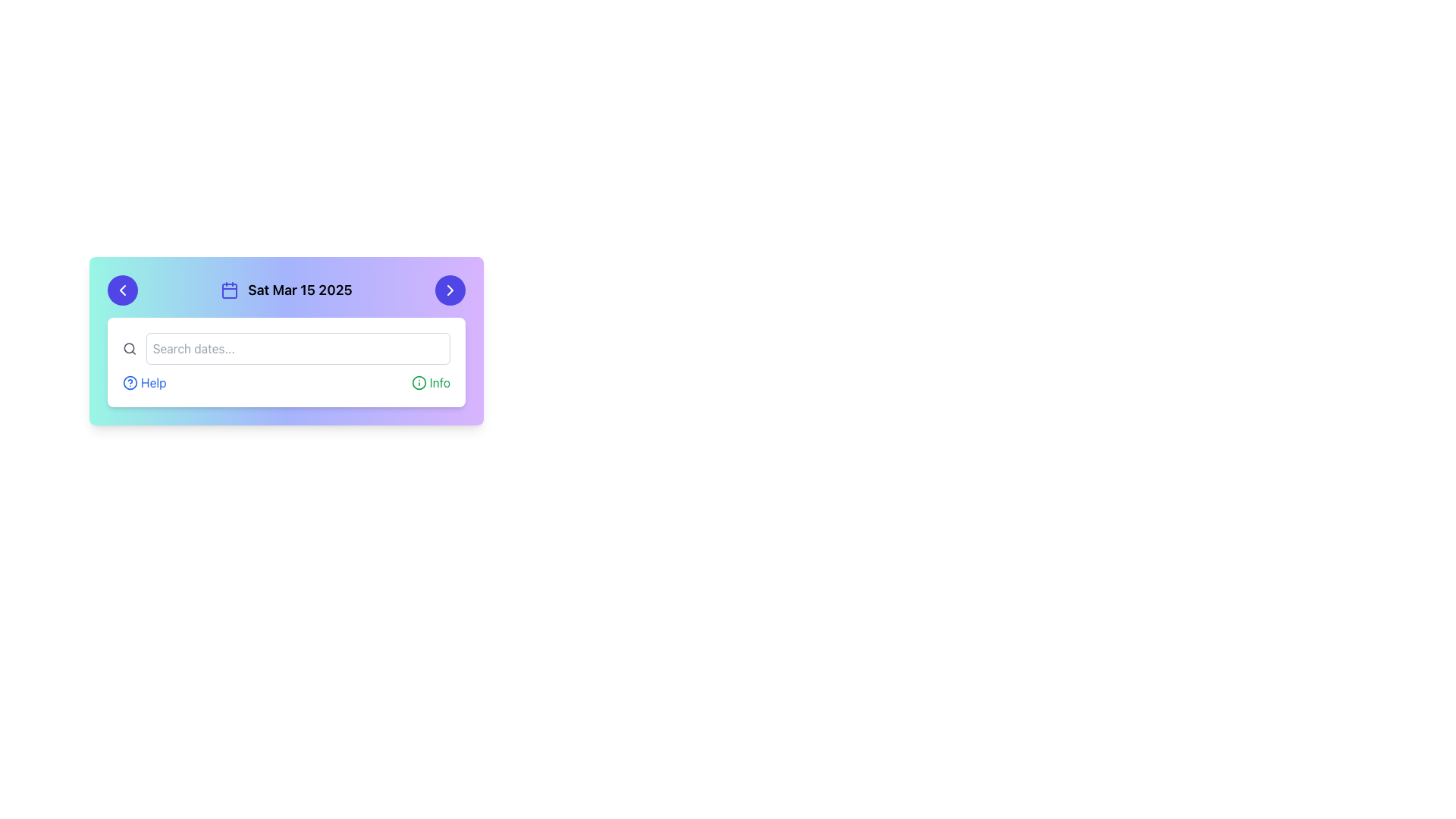  What do you see at coordinates (228, 291) in the screenshot?
I see `the main body of the calendar icon, which is located slightly to the left within the header bar, preceding the date display` at bounding box center [228, 291].